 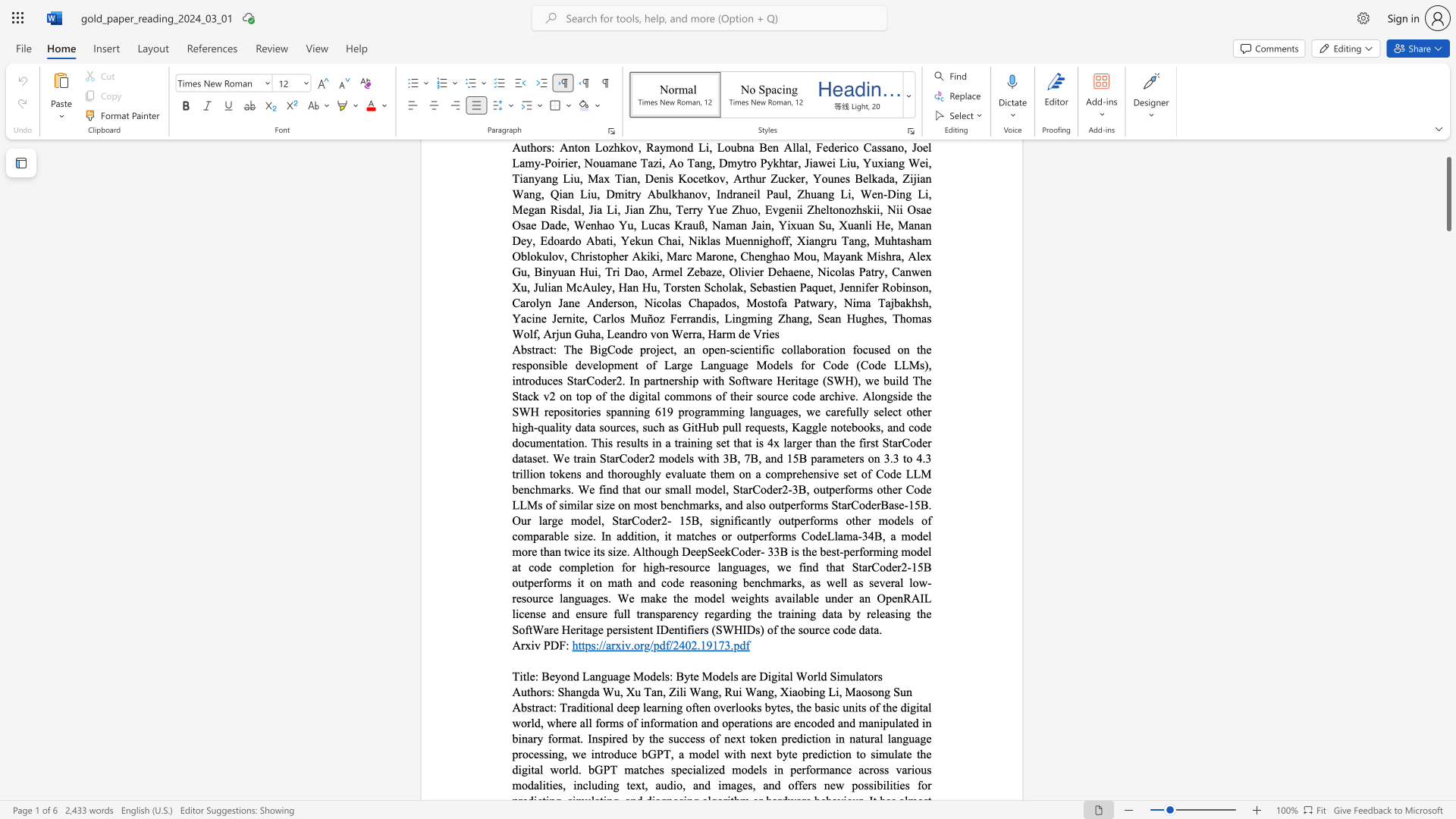 I want to click on the right-hand scrollbar to descend the page, so click(x=1448, y=348).